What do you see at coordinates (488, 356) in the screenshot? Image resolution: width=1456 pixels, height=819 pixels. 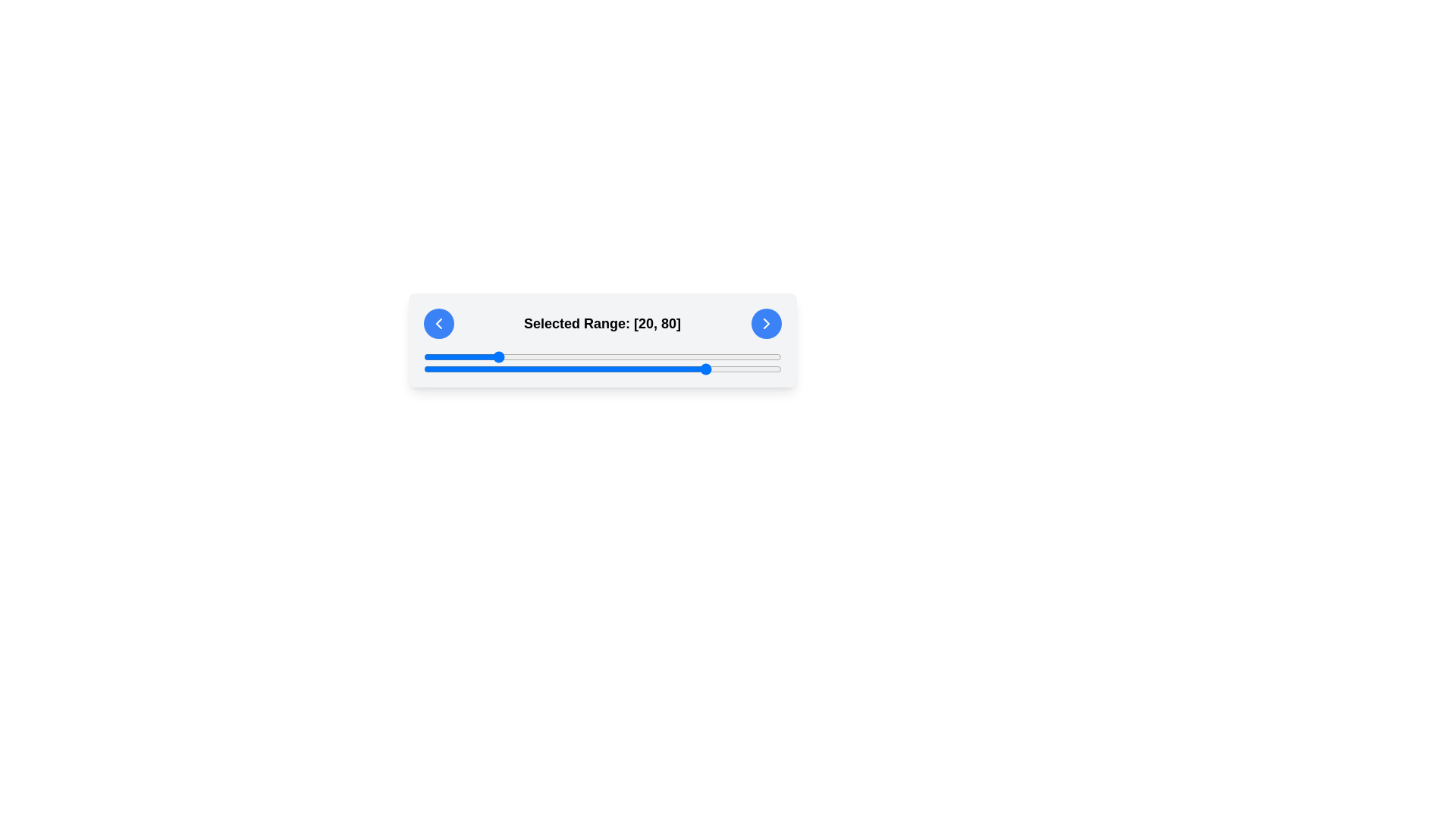 I see `slider value` at bounding box center [488, 356].